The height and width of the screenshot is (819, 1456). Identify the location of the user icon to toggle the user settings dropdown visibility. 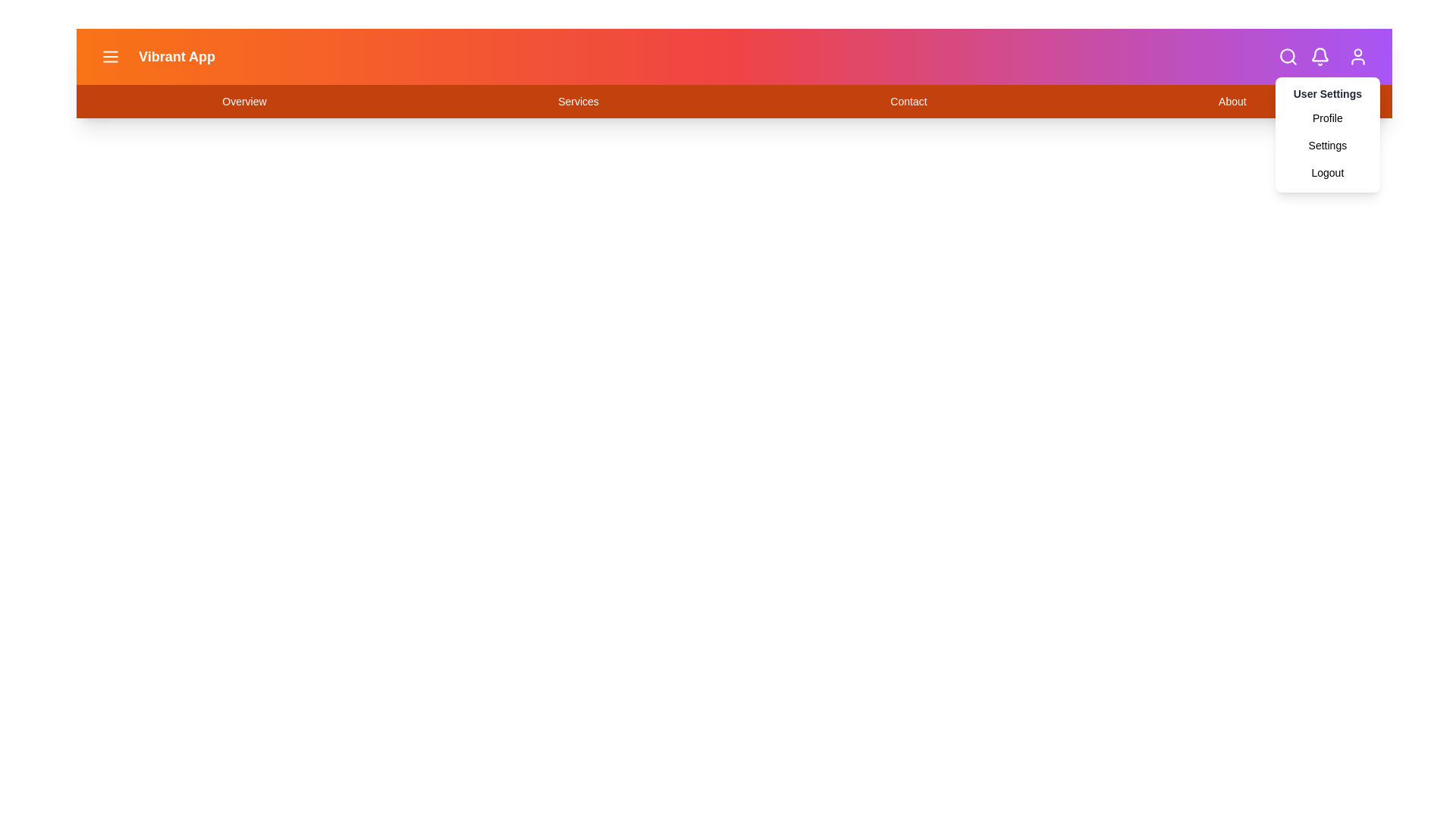
(1357, 55).